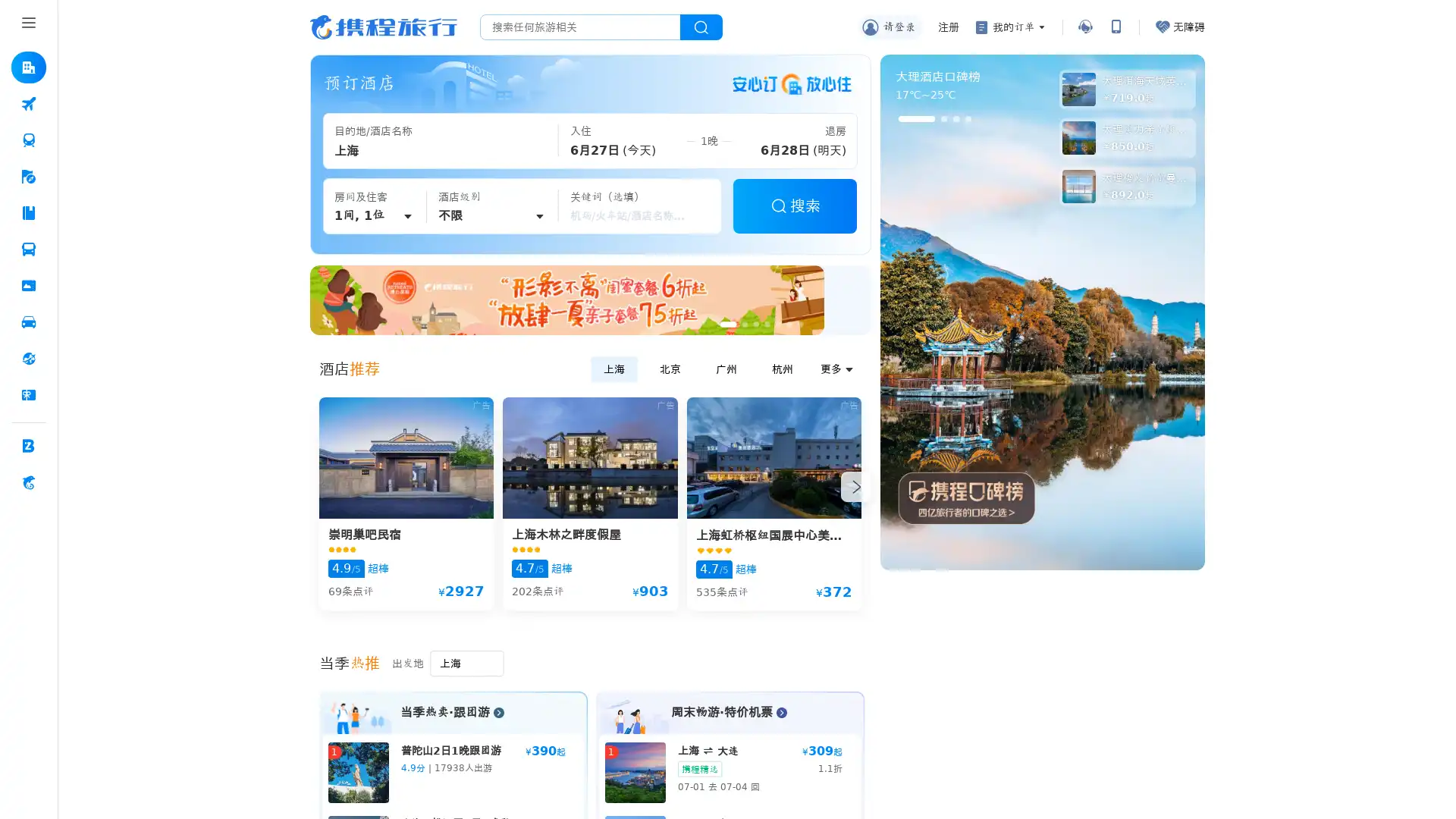 The width and height of the screenshot is (1456, 819). Describe the element at coordinates (765, 329) in the screenshot. I see `Go to slide 1` at that location.